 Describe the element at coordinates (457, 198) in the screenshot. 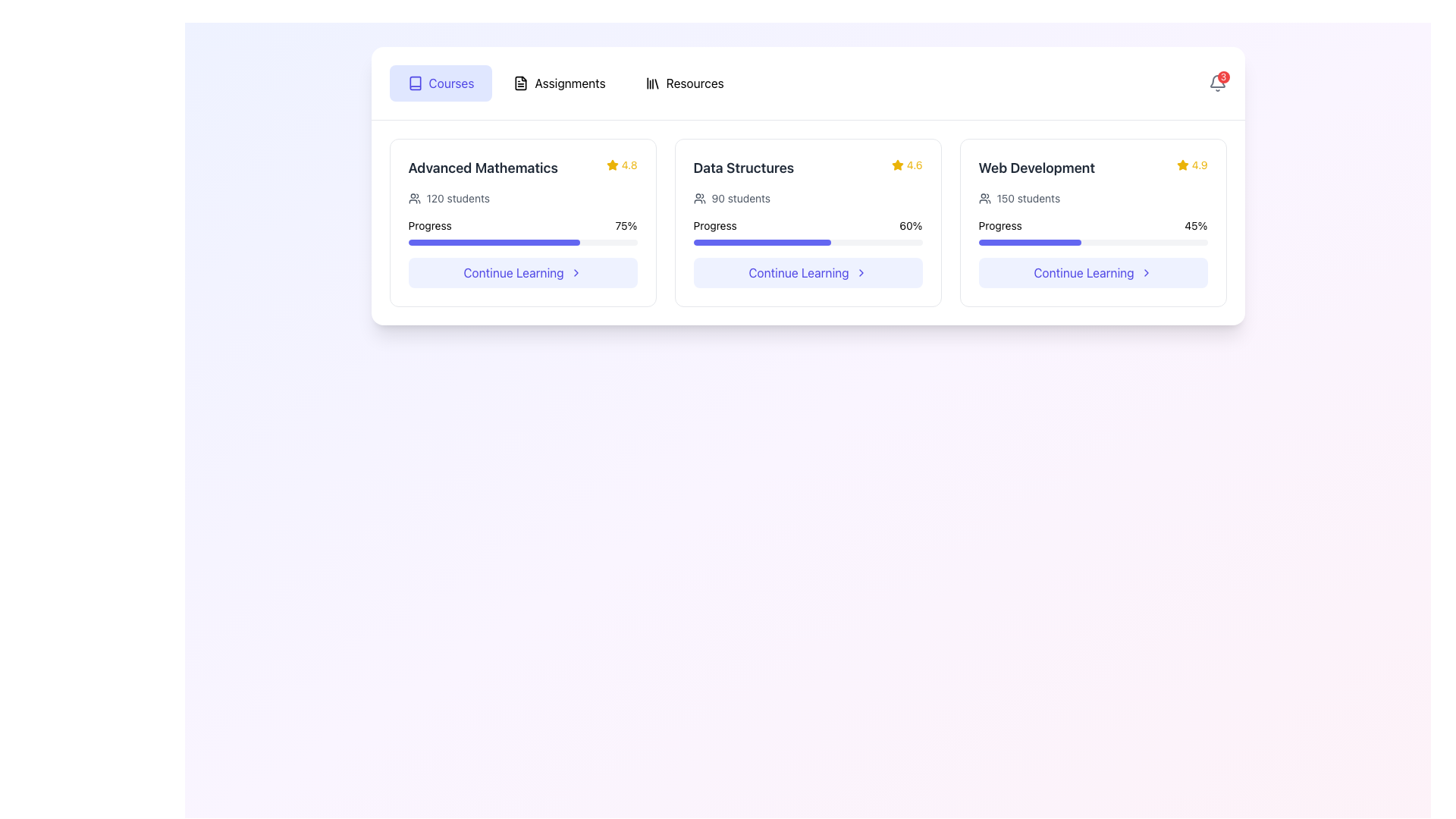

I see `text displayed in the Text Label that shows the number of students enrolled in the 'Advanced Mathematics' course, located within the 'Advanced Mathematics' card, to the right of a people icon, above the progress bar` at that location.